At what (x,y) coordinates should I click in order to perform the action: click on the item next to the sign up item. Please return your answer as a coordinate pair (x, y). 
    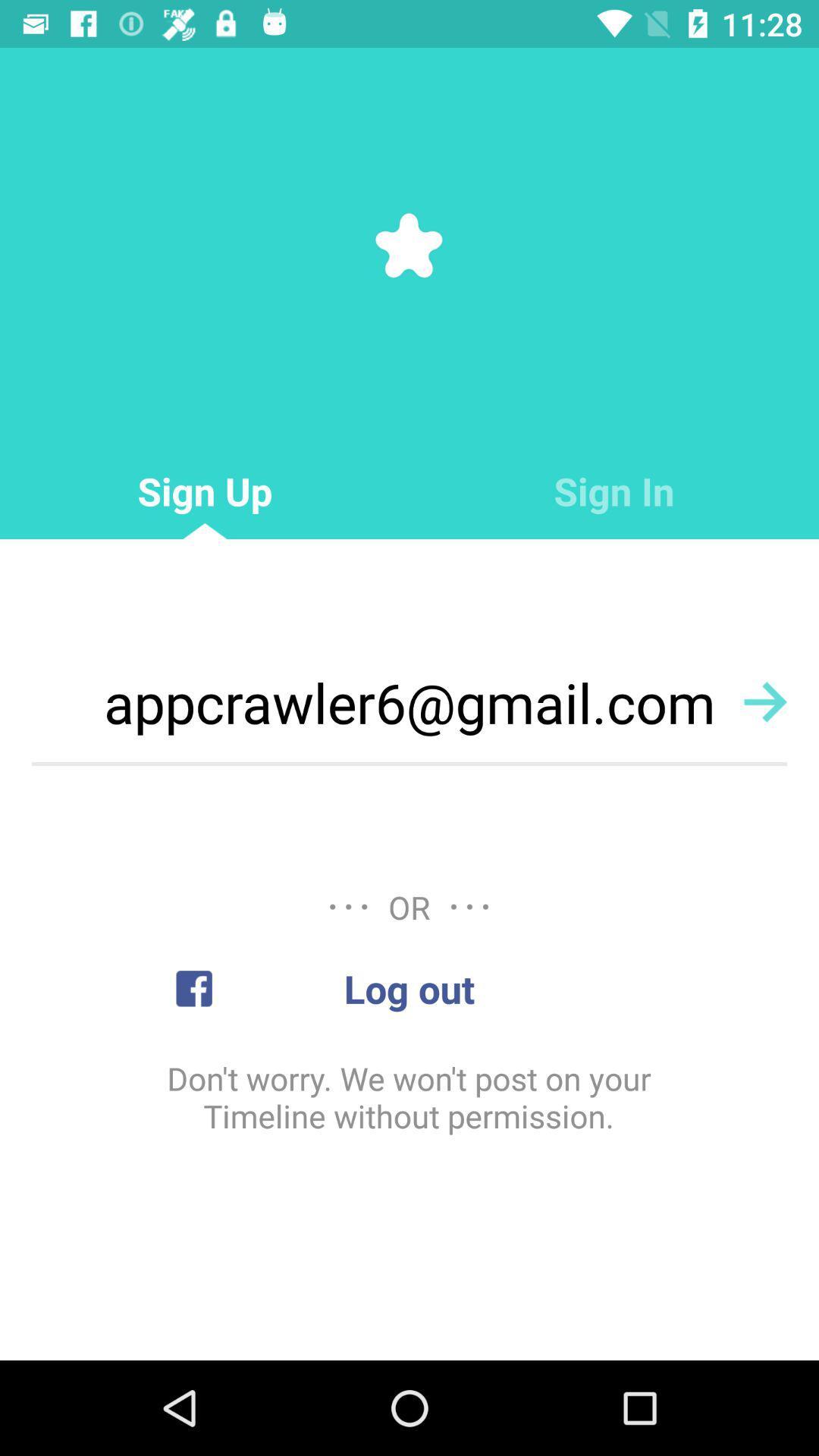
    Looking at the image, I should click on (614, 491).